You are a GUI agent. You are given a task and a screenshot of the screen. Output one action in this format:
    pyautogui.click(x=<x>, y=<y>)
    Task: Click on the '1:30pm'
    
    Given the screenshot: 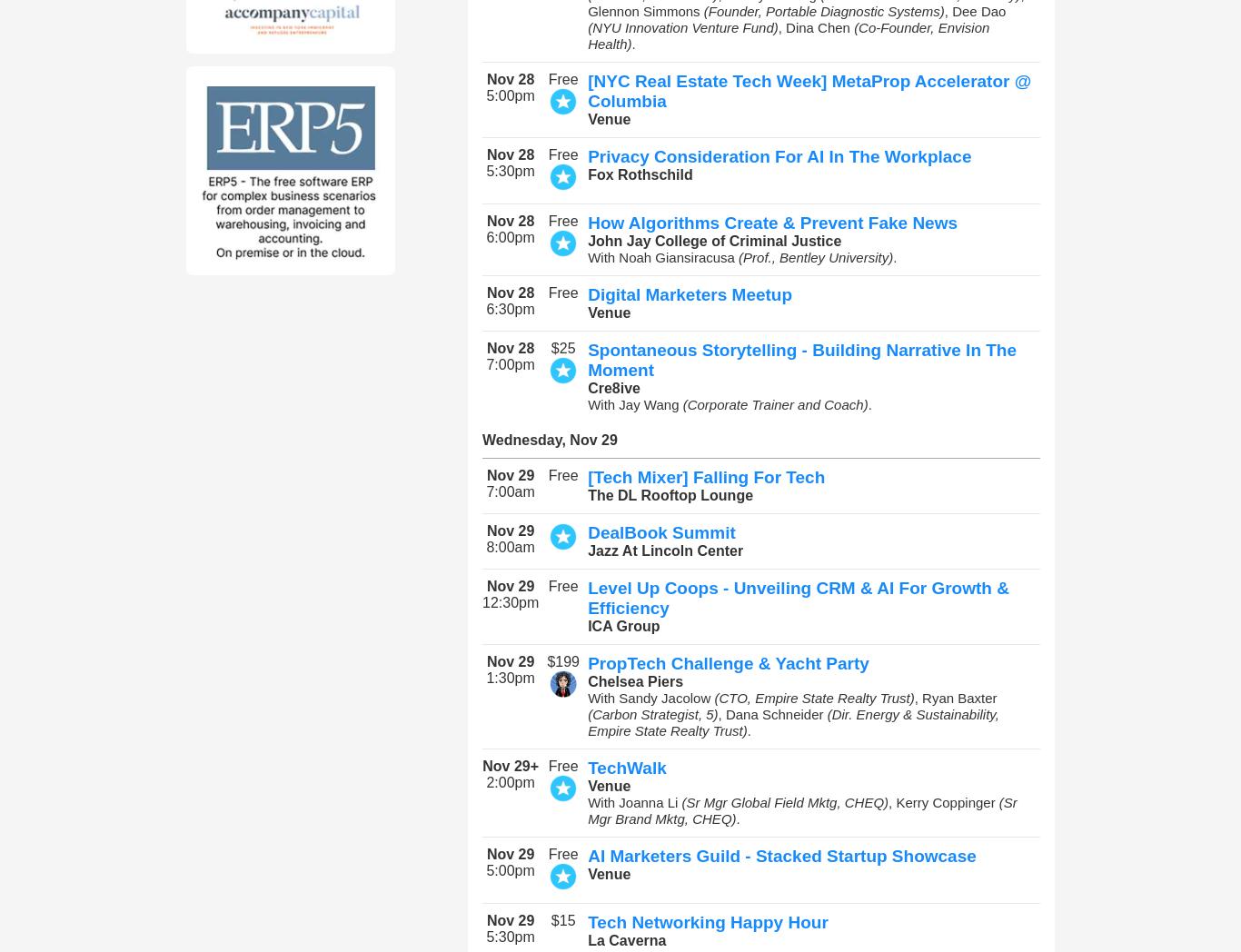 What is the action you would take?
    pyautogui.click(x=510, y=678)
    